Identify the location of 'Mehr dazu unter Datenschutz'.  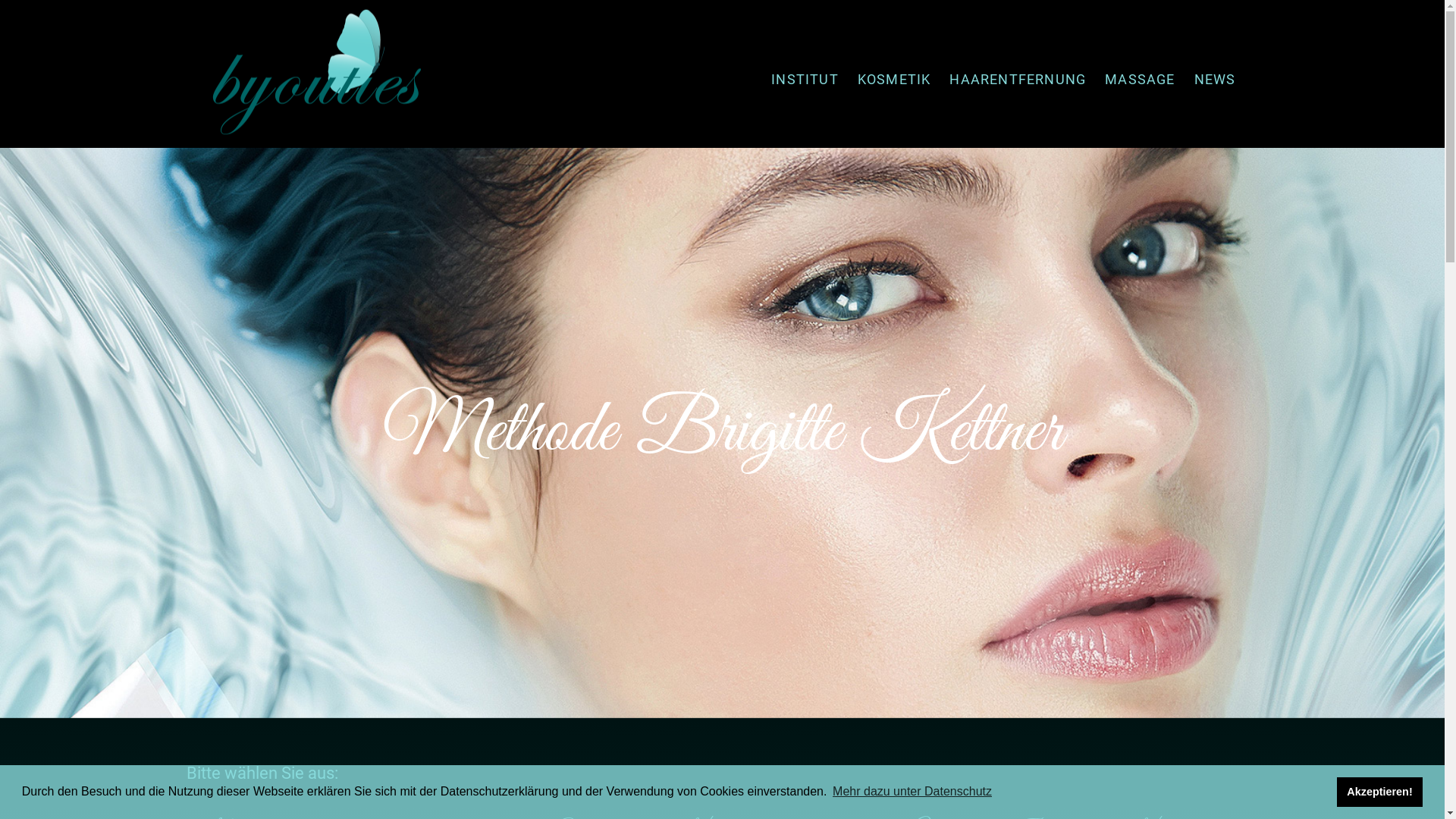
(912, 791).